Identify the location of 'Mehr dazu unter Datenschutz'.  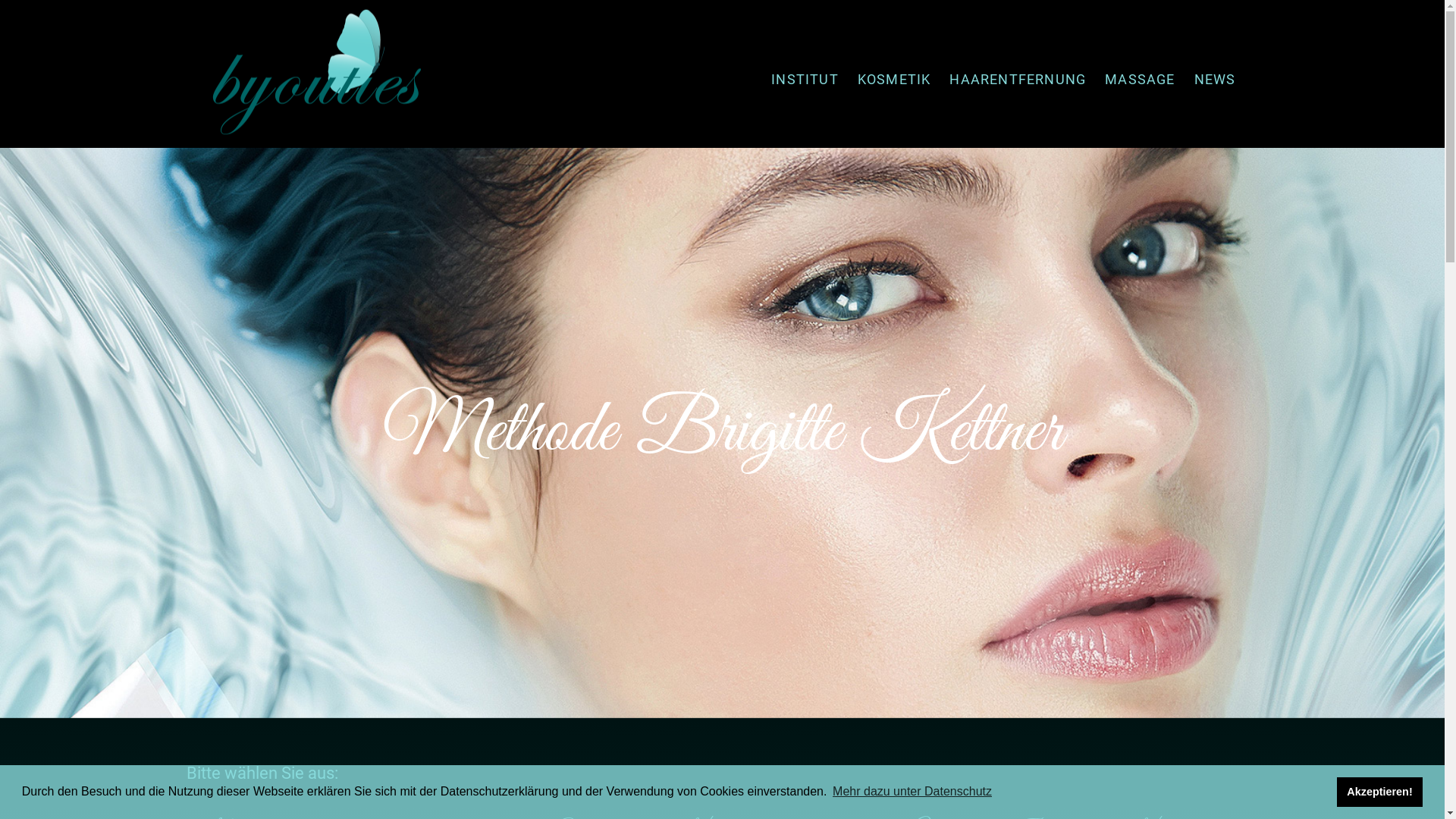
(912, 791).